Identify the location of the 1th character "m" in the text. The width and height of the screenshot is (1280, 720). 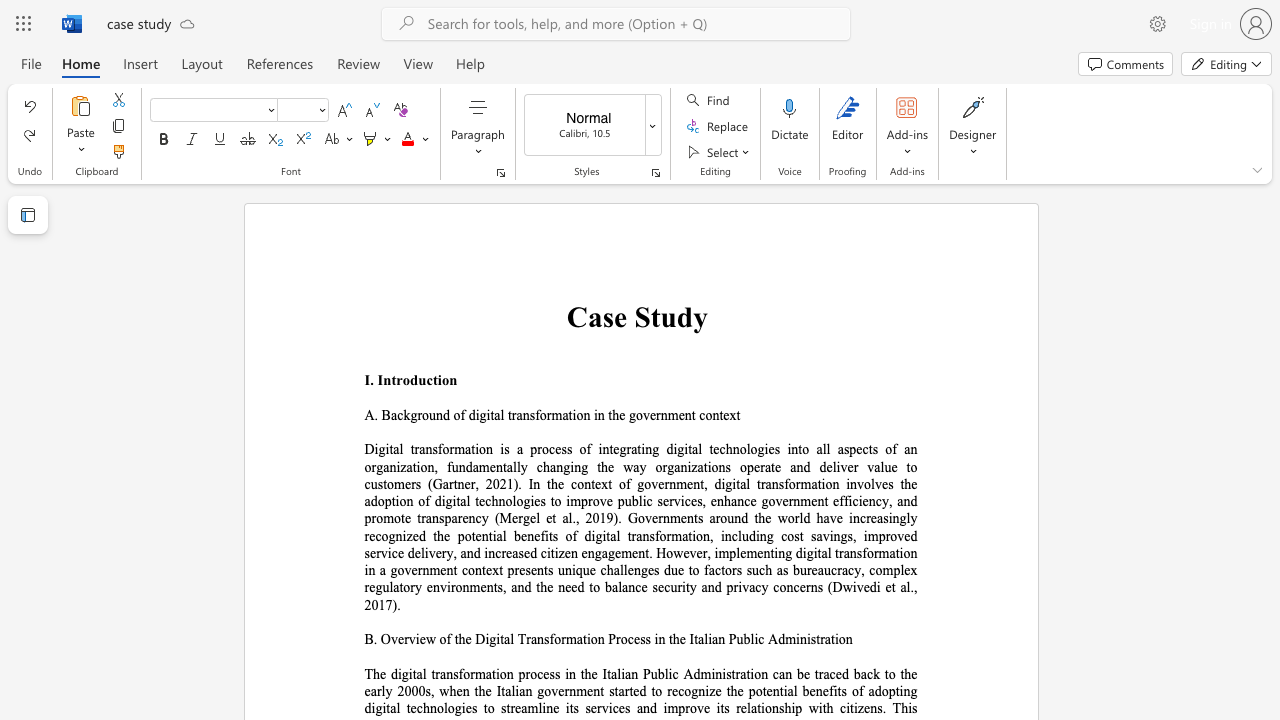
(570, 639).